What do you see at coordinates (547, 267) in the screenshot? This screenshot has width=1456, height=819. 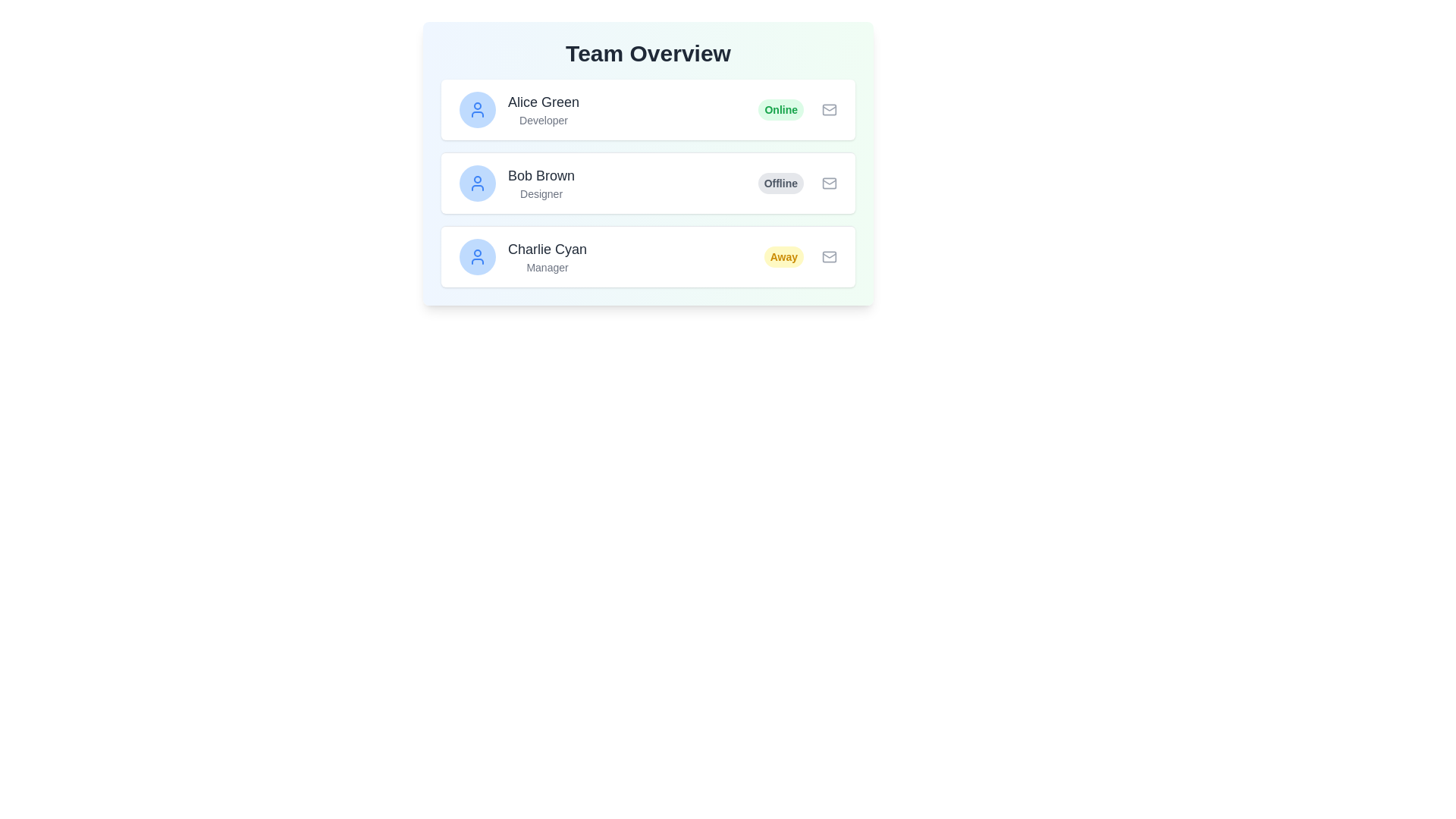 I see `the static text label displaying 'Manager' below 'Charlie Cyan' in the Team Overview list` at bounding box center [547, 267].